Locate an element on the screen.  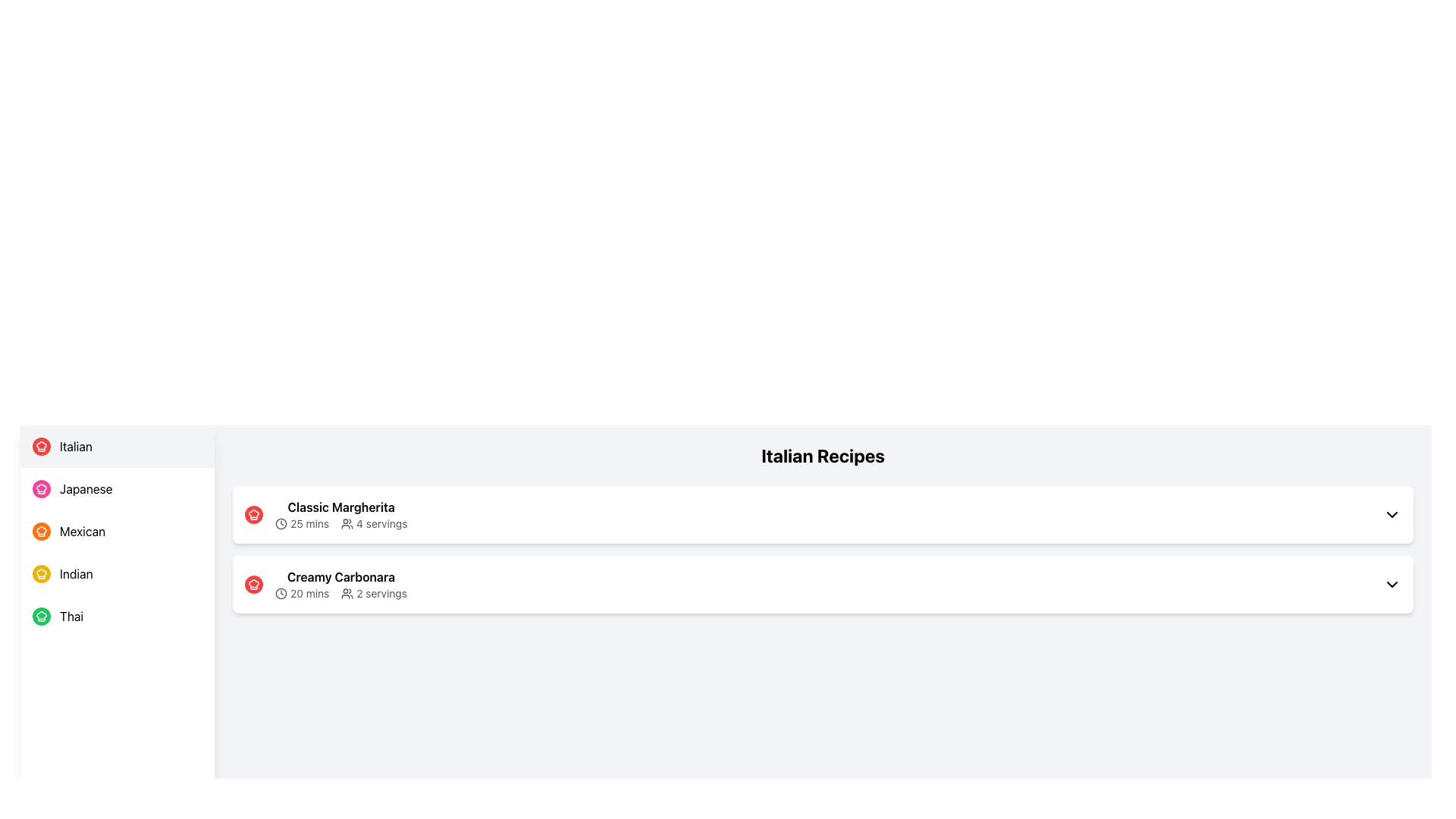
the text label containing the word 'Mexican' is located at coordinates (82, 531).